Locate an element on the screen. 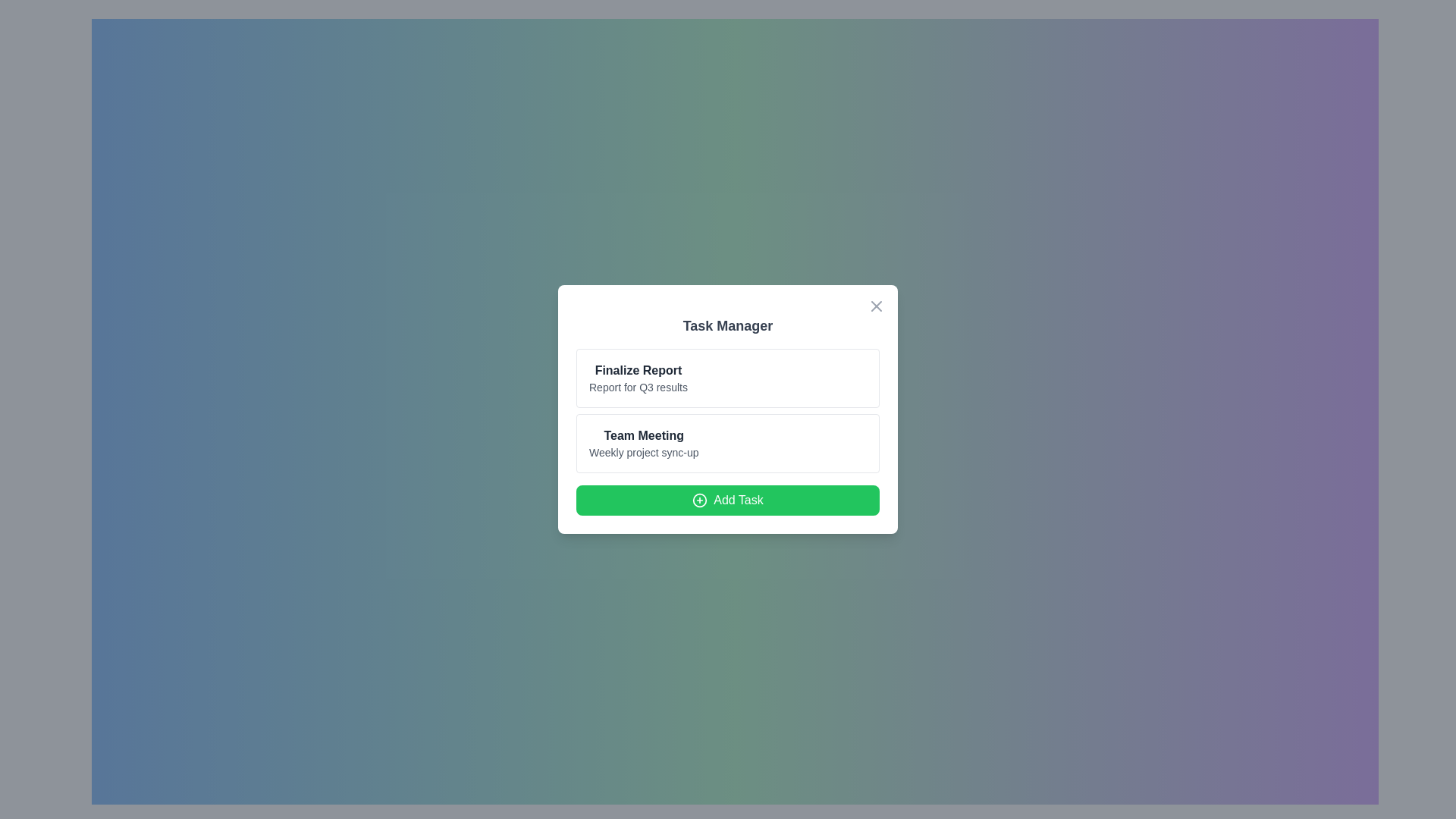 The height and width of the screenshot is (819, 1456). the text label displaying 'Weekly project sync-up' located in the 'Team Meeting' section, which is directly beneath the 'Team Meeting' heading is located at coordinates (644, 452).